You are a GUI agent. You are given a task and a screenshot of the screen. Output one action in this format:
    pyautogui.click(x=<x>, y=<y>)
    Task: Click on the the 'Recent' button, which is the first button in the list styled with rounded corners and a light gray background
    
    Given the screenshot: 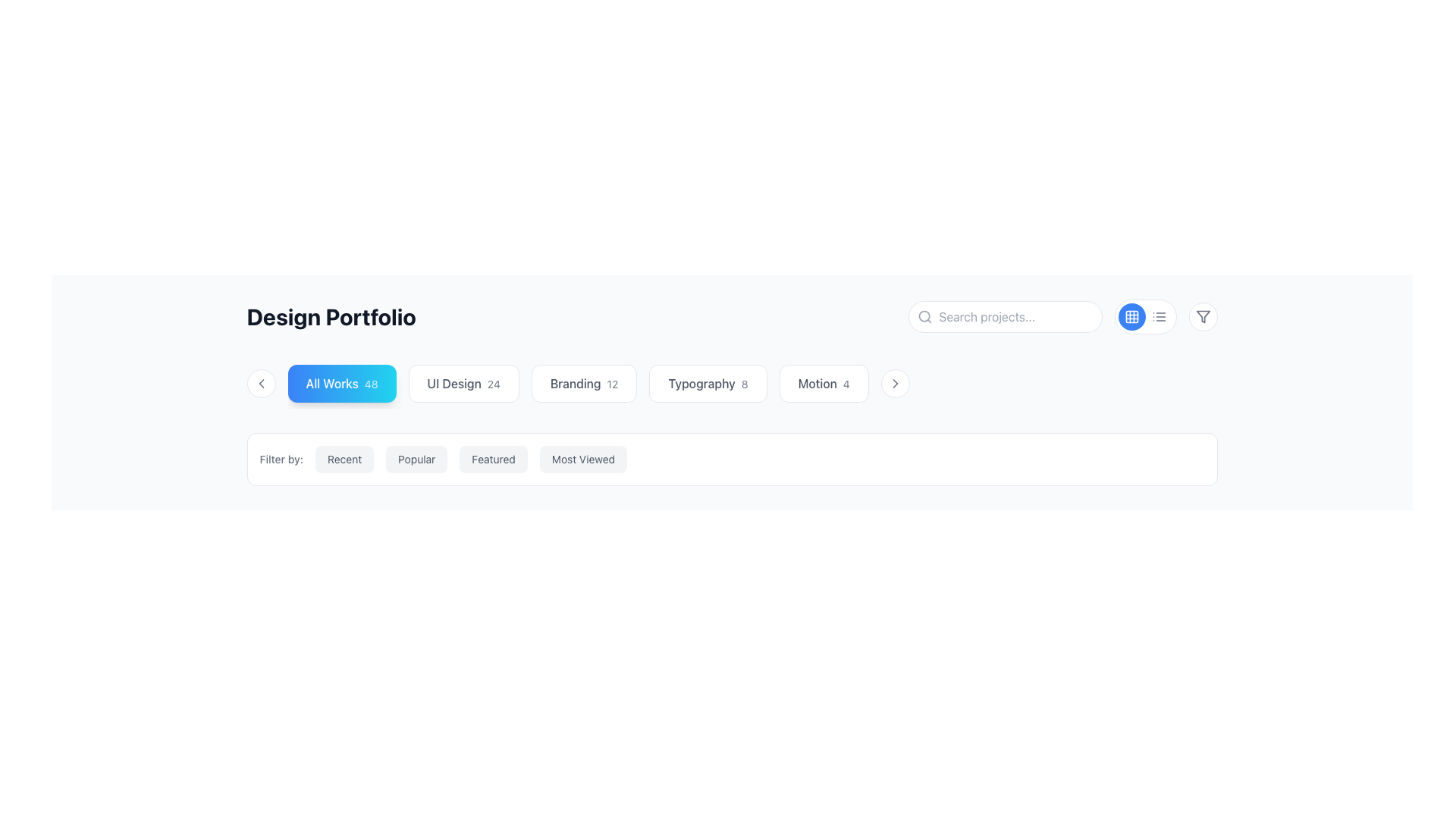 What is the action you would take?
    pyautogui.click(x=344, y=458)
    